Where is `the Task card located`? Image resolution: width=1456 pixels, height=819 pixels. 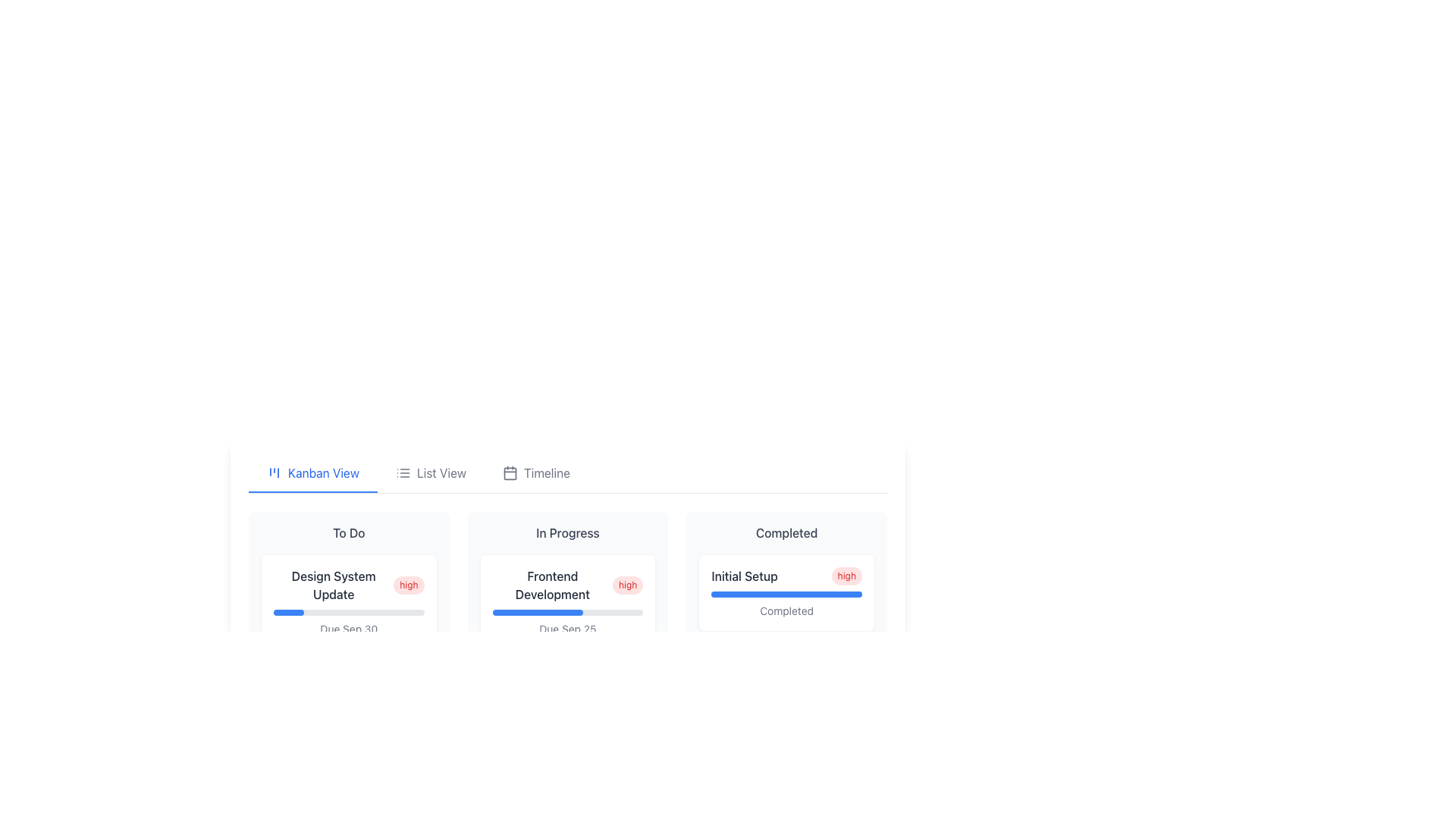
the Task card located is located at coordinates (566, 604).